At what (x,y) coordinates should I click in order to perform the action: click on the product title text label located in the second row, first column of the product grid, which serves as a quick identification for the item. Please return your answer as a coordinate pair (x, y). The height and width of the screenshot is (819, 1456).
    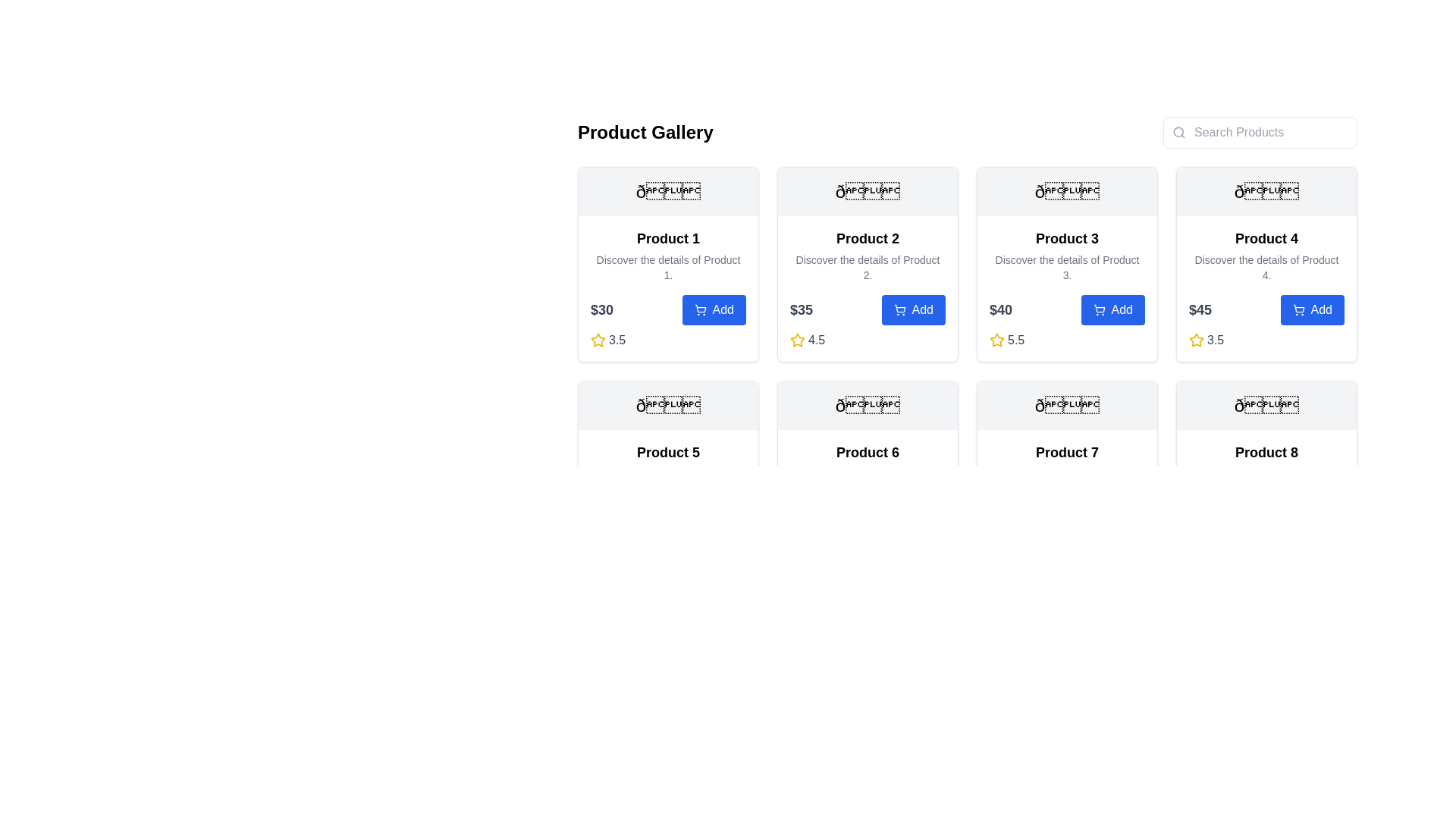
    Looking at the image, I should click on (667, 452).